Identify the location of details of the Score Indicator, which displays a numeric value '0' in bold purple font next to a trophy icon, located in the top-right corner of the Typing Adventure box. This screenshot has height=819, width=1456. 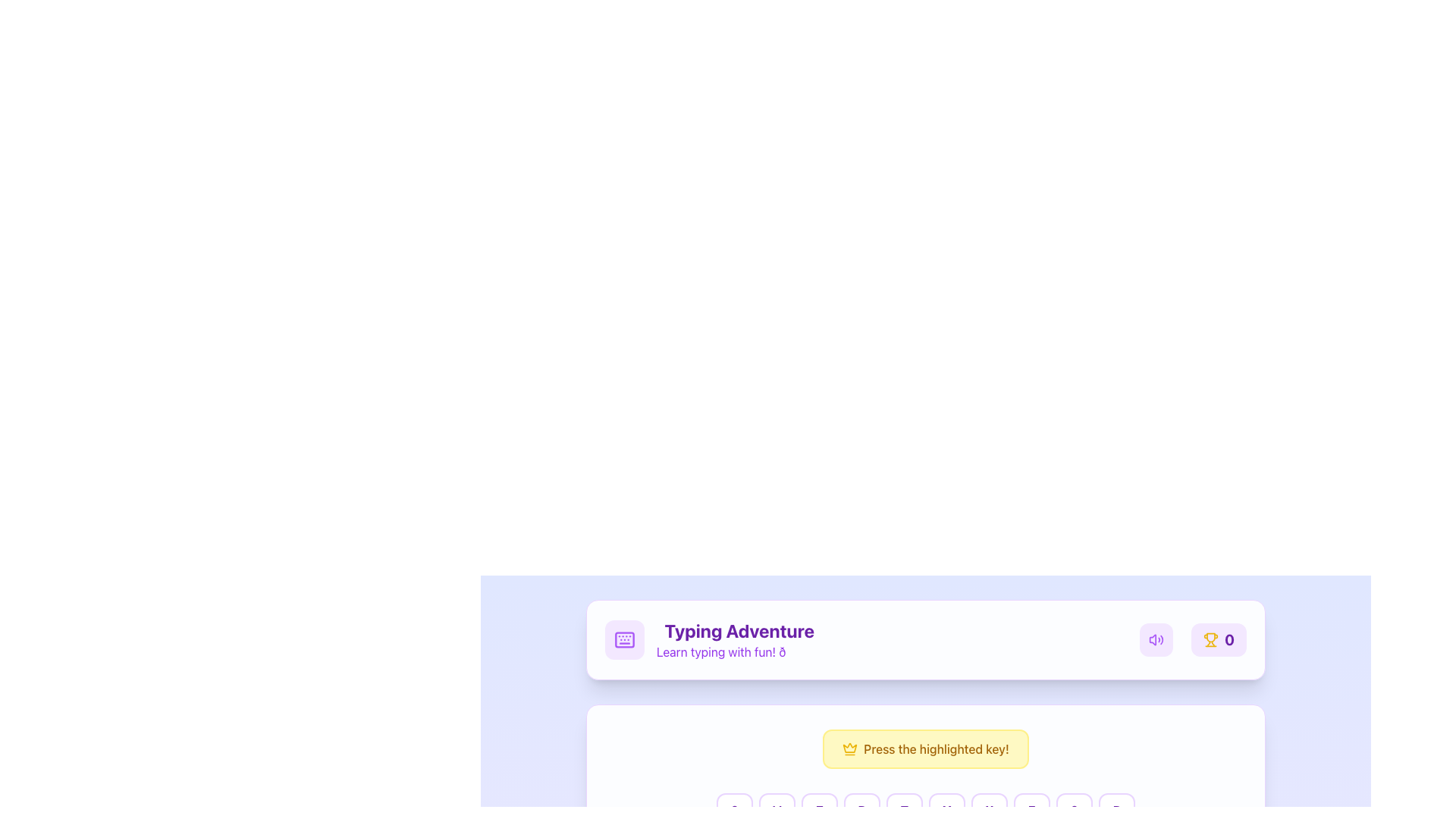
(1192, 640).